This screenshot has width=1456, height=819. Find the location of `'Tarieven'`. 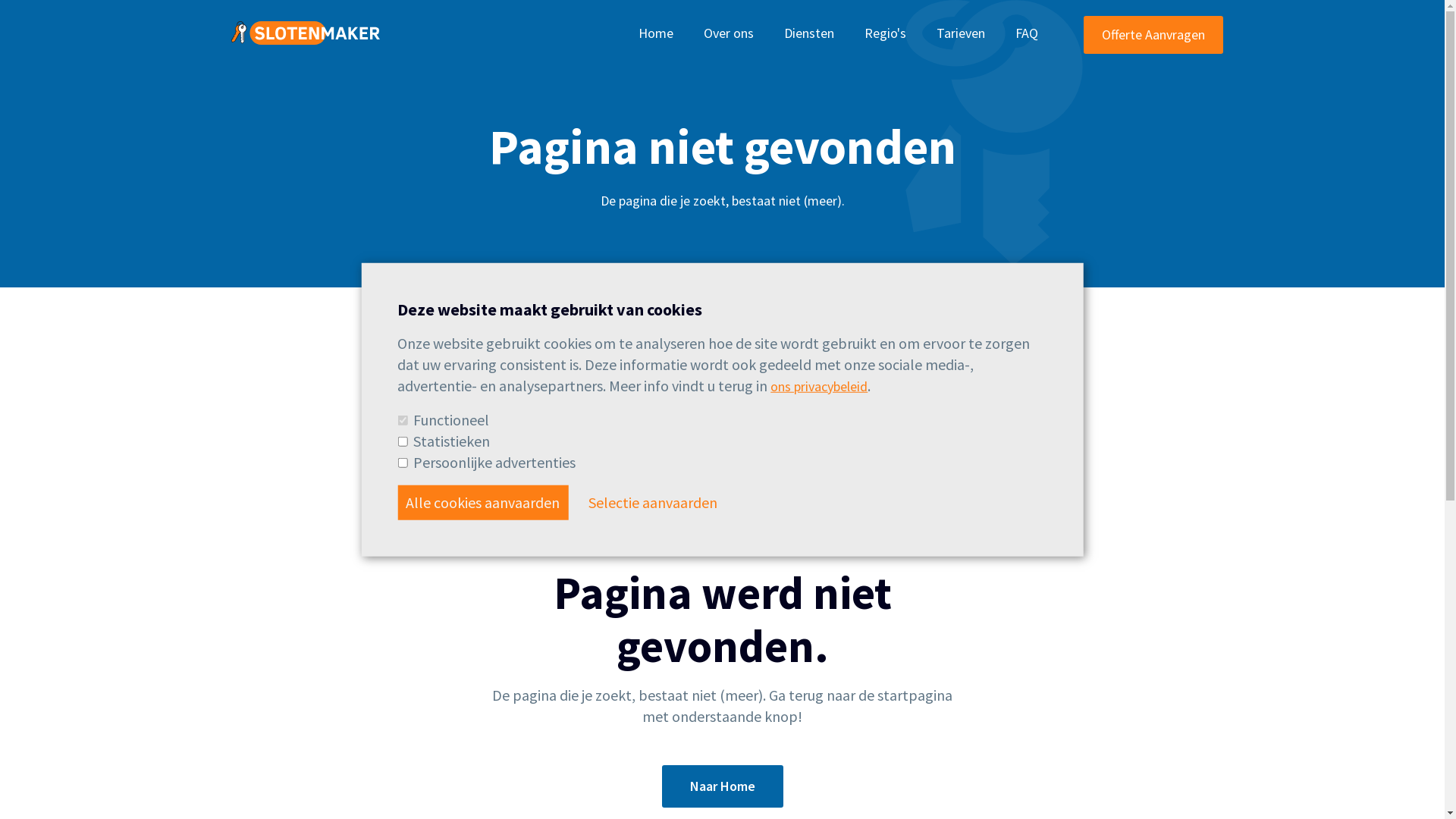

'Tarieven' is located at coordinates (959, 33).